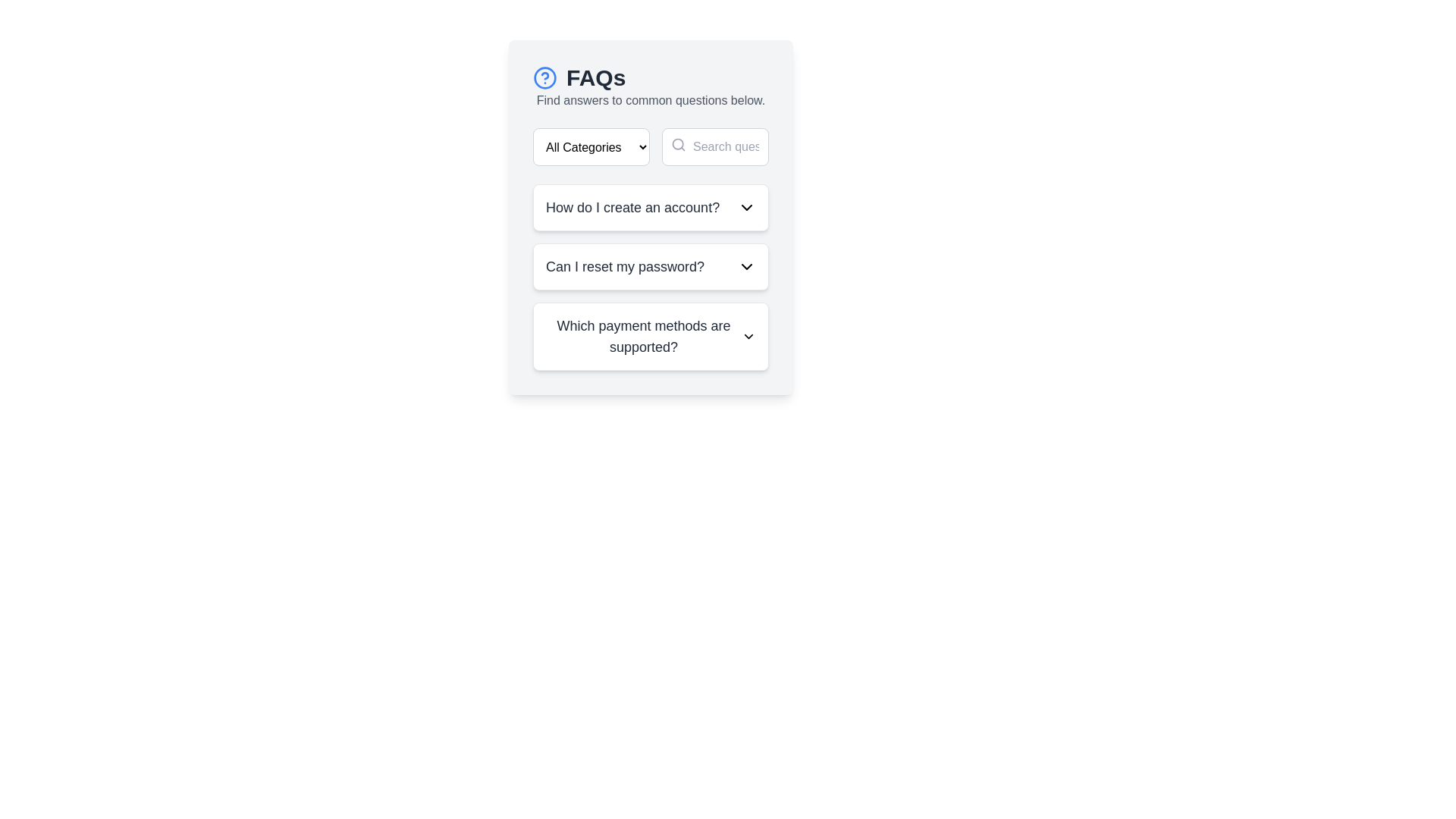 Image resolution: width=1456 pixels, height=819 pixels. What do you see at coordinates (651, 207) in the screenshot?
I see `the first question in the FAQ panel` at bounding box center [651, 207].